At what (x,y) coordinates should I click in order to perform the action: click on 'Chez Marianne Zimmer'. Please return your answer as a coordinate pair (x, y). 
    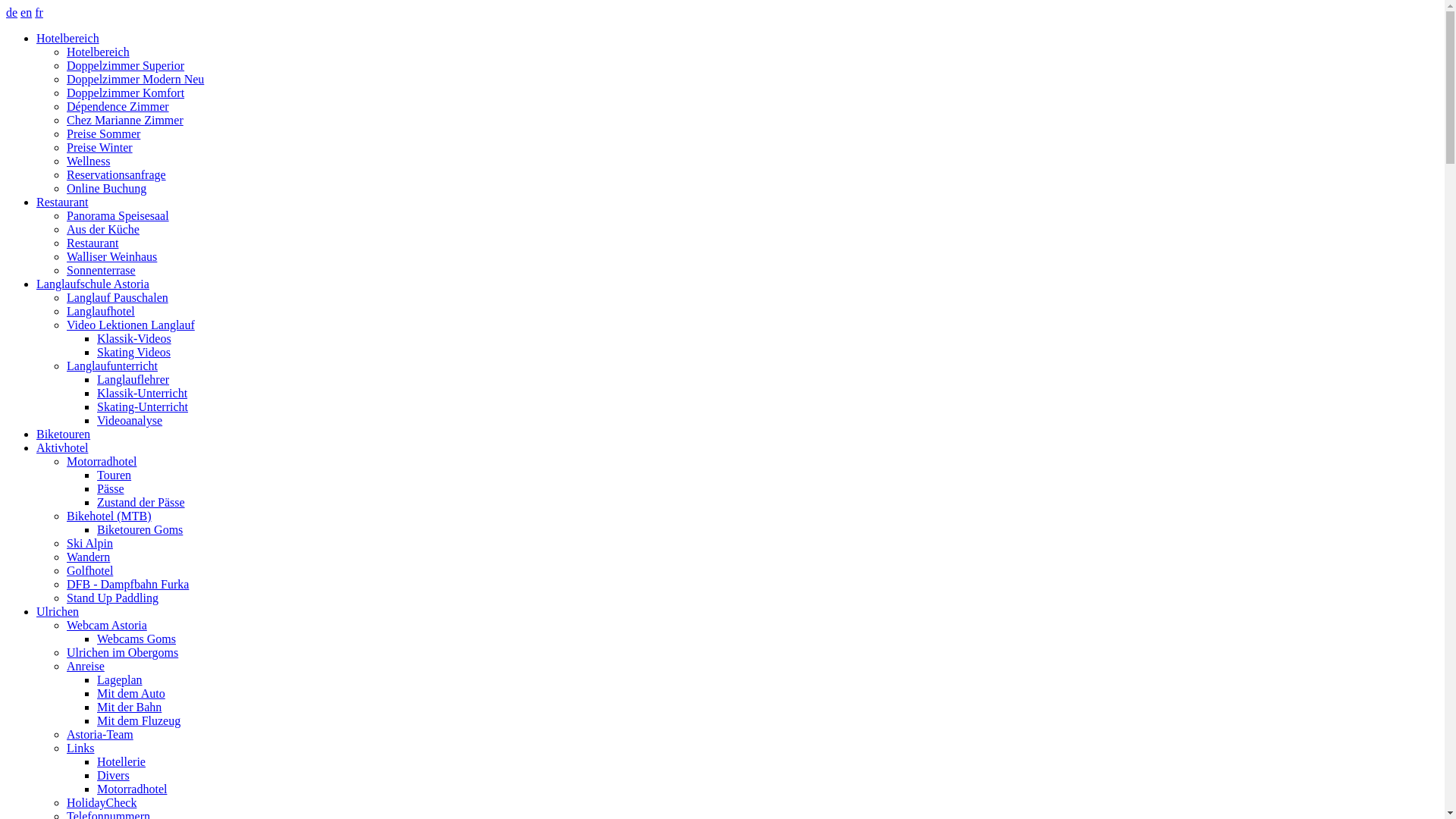
    Looking at the image, I should click on (124, 119).